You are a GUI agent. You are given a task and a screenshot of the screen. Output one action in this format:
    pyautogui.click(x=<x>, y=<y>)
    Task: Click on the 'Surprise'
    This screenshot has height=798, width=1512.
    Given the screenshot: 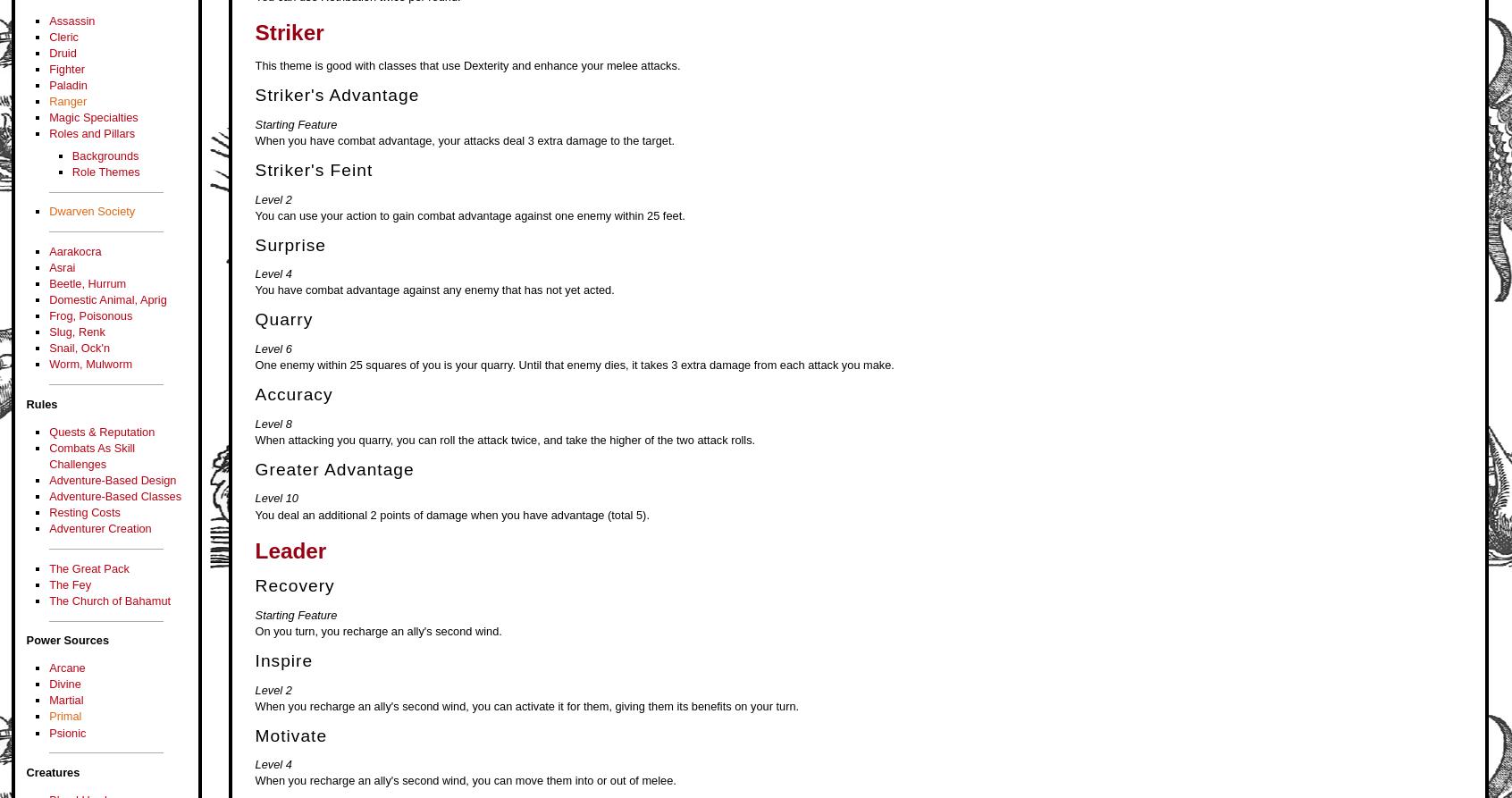 What is the action you would take?
    pyautogui.click(x=290, y=243)
    